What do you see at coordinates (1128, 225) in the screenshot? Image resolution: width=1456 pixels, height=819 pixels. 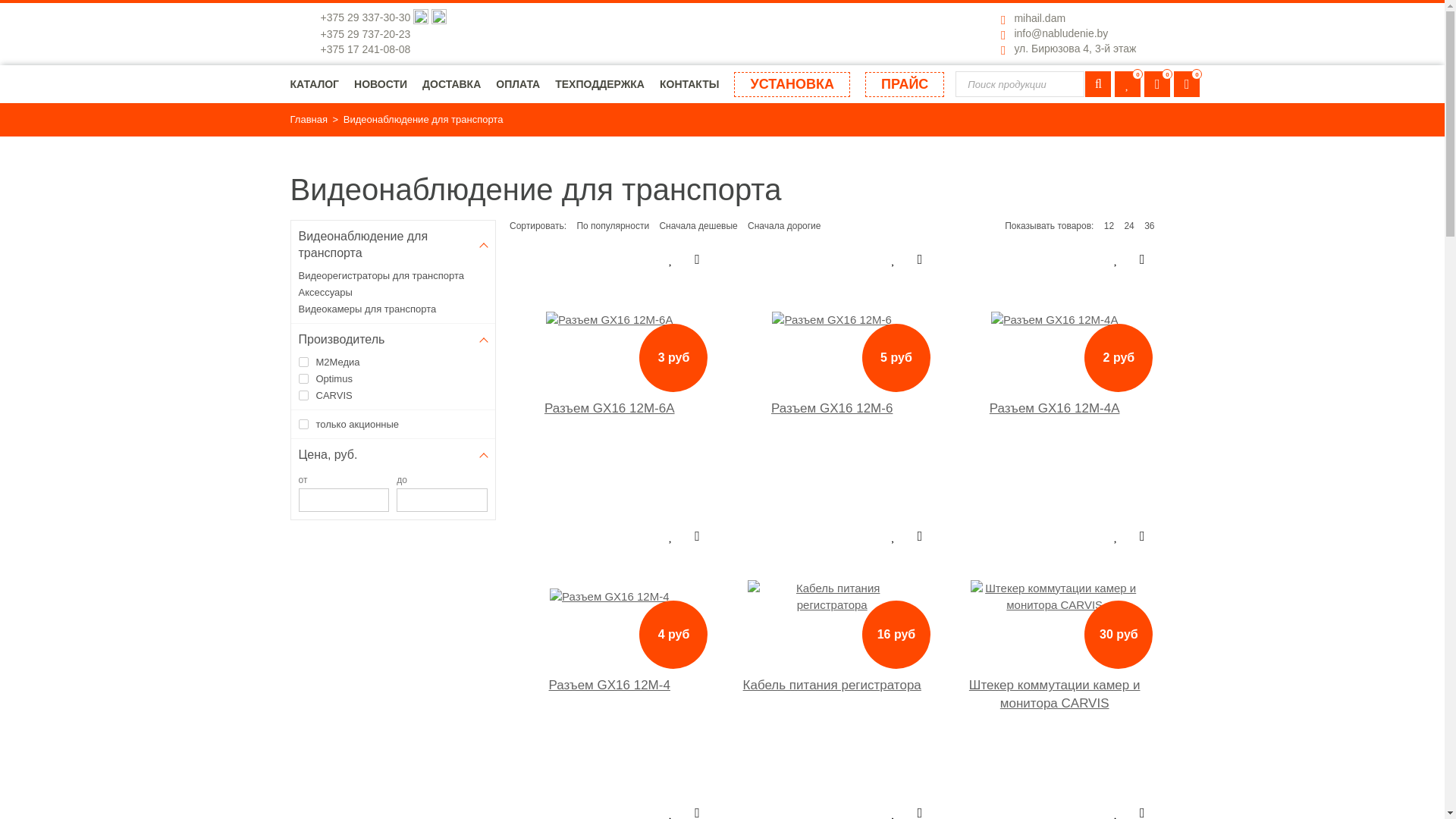 I see `'24'` at bounding box center [1128, 225].